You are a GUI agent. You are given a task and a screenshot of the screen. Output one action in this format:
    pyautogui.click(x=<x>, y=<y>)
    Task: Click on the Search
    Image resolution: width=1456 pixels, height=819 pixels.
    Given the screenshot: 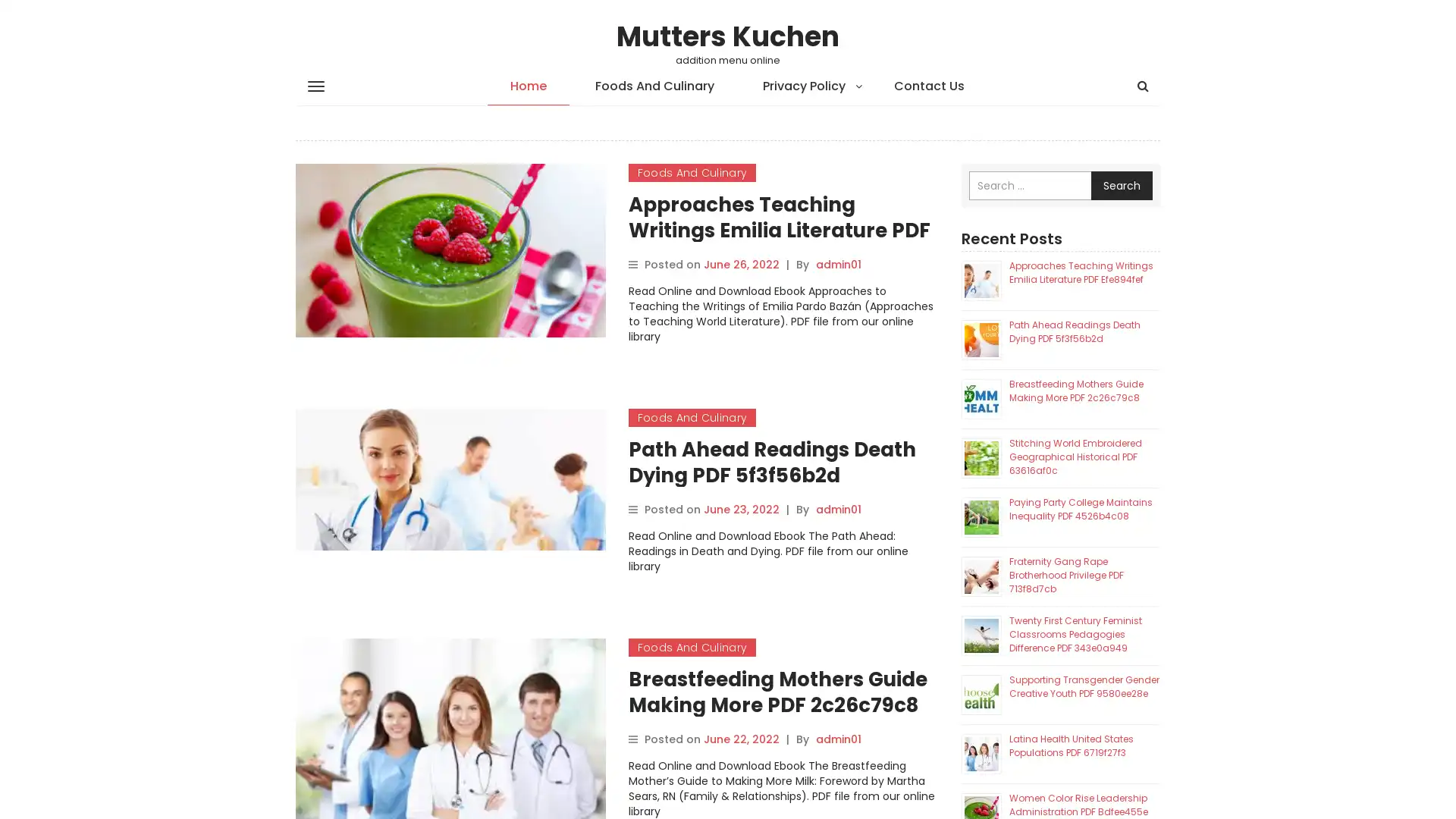 What is the action you would take?
    pyautogui.click(x=1122, y=185)
    